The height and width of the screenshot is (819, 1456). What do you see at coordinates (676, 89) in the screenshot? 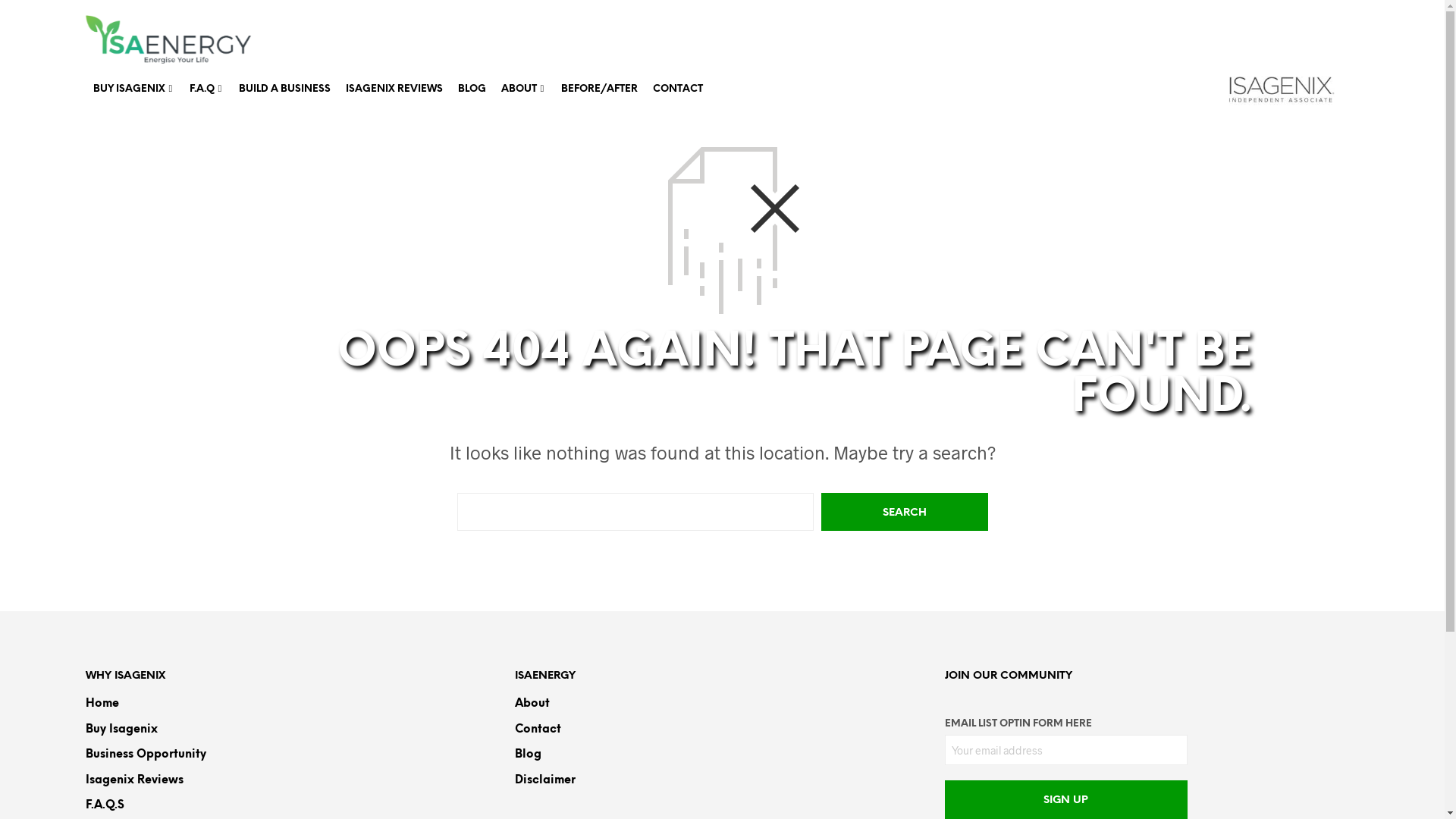
I see `'CONTACT'` at bounding box center [676, 89].